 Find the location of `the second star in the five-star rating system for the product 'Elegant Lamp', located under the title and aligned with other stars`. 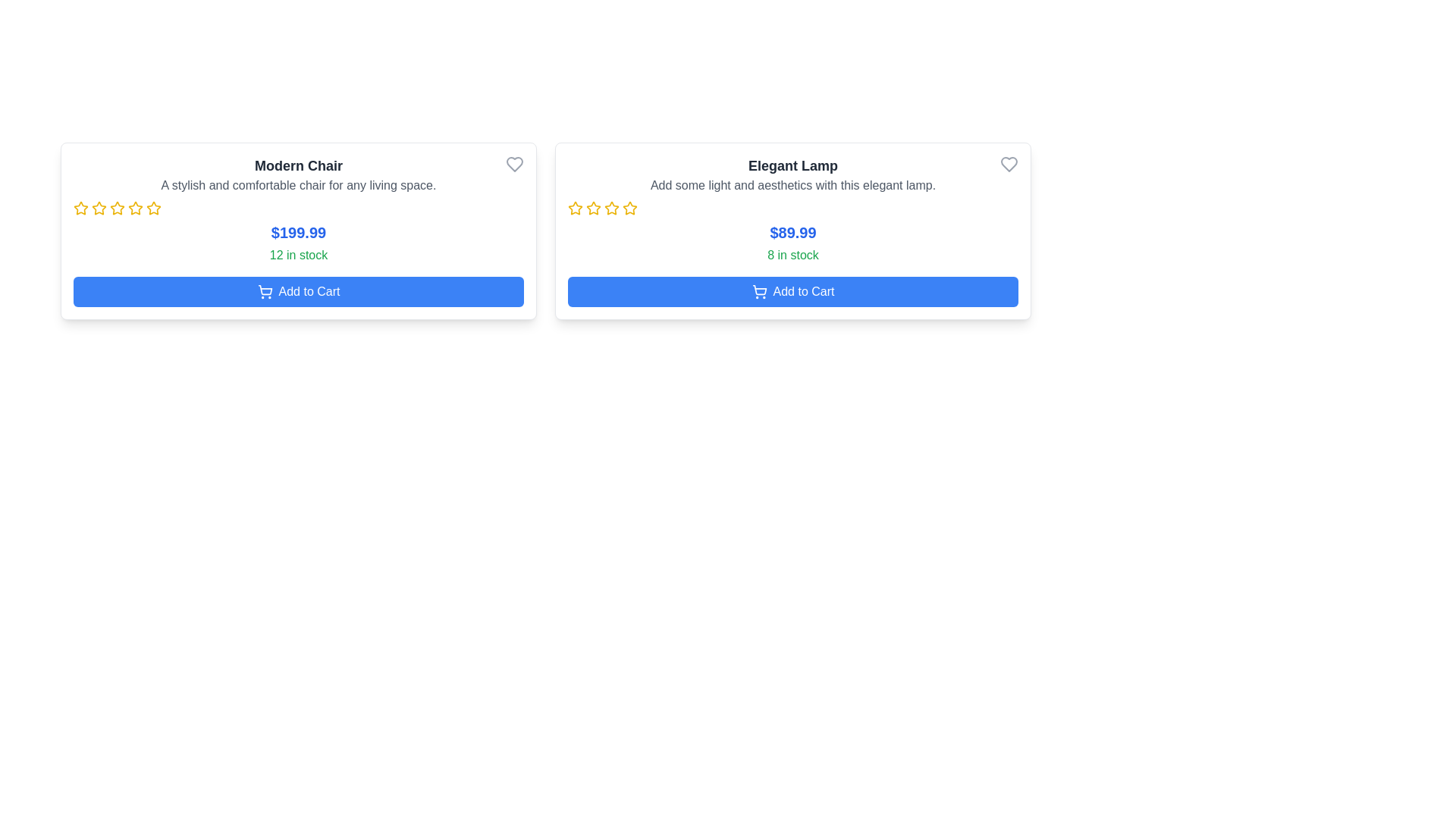

the second star in the five-star rating system for the product 'Elegant Lamp', located under the title and aligned with other stars is located at coordinates (592, 208).